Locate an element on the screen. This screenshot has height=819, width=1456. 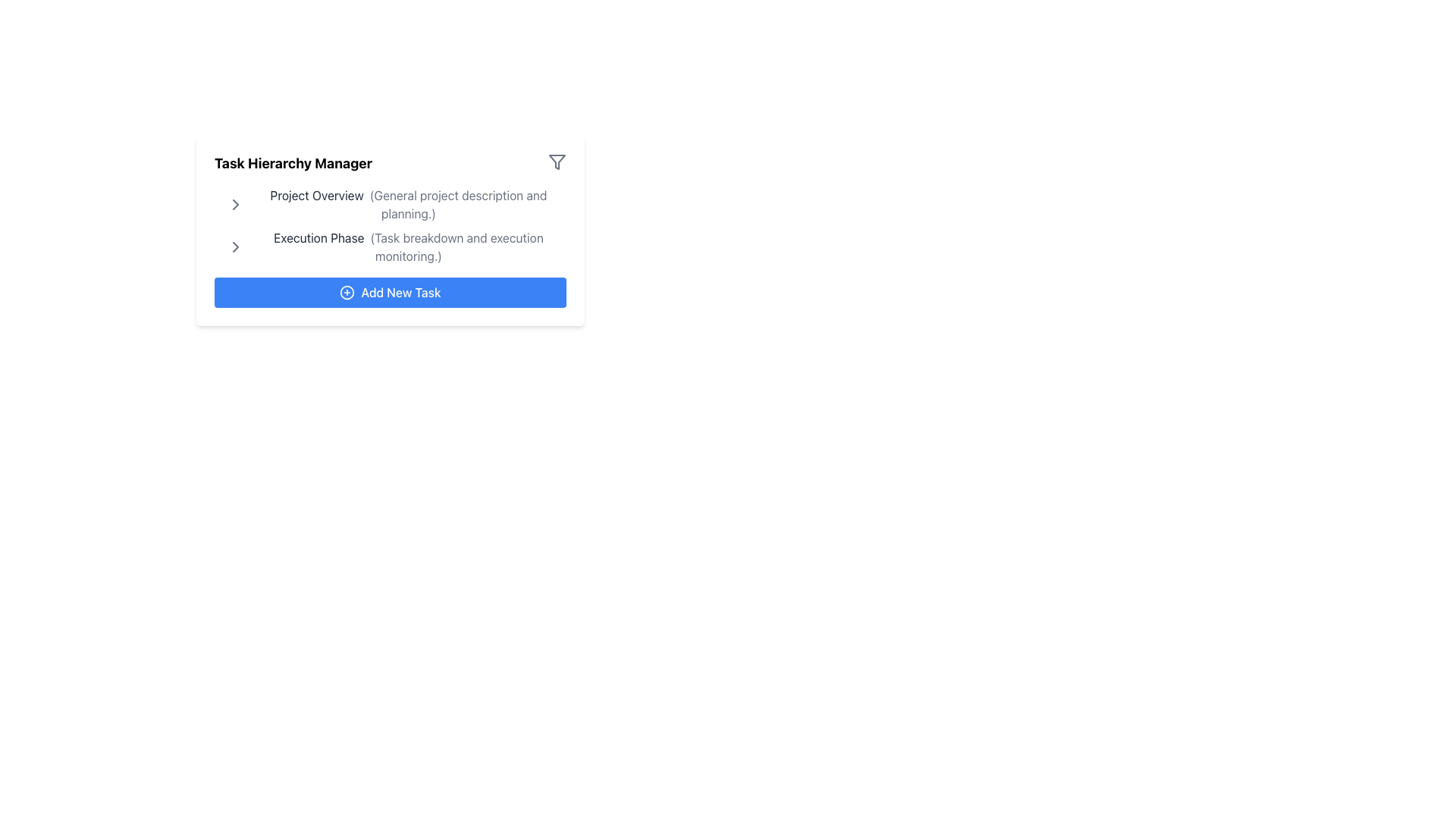
the static text description that provides context for the 'Execution Phase' section, located slightly to the right and below the main section title is located at coordinates (456, 246).